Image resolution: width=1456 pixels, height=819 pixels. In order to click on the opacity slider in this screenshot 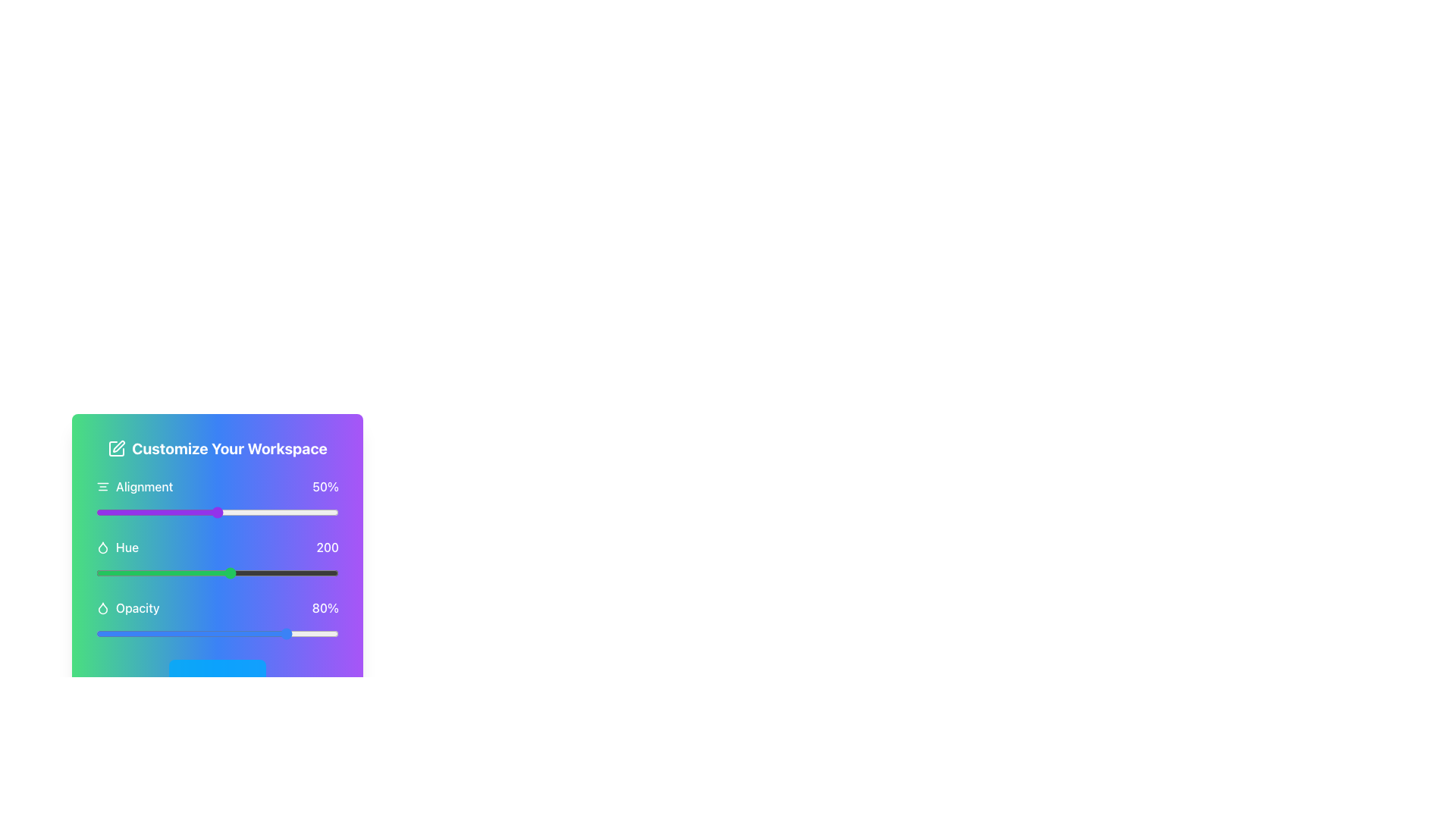, I will do `click(181, 634)`.